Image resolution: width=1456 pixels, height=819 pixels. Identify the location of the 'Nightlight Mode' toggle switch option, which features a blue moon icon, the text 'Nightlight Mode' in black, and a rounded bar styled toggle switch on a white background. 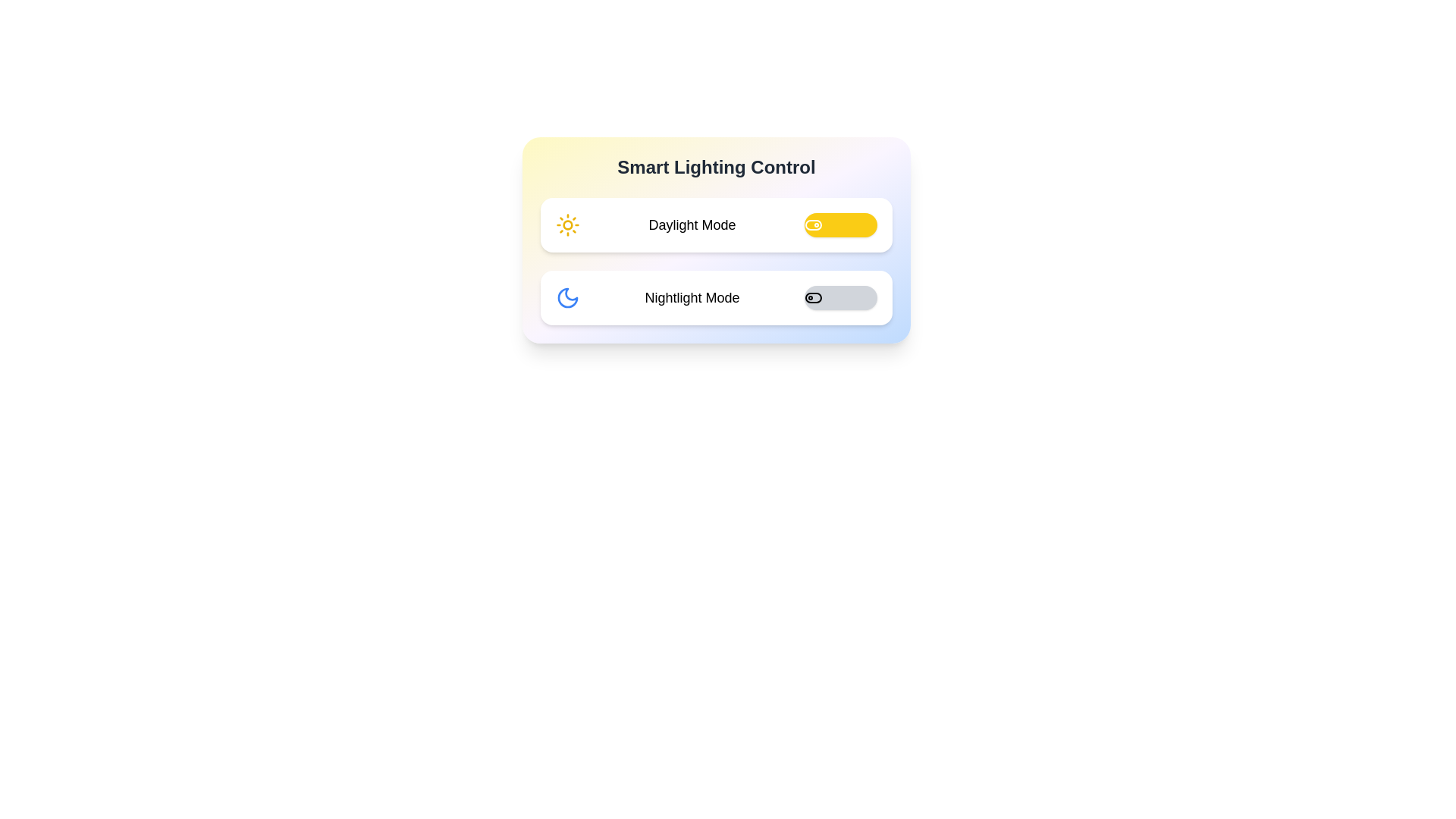
(716, 298).